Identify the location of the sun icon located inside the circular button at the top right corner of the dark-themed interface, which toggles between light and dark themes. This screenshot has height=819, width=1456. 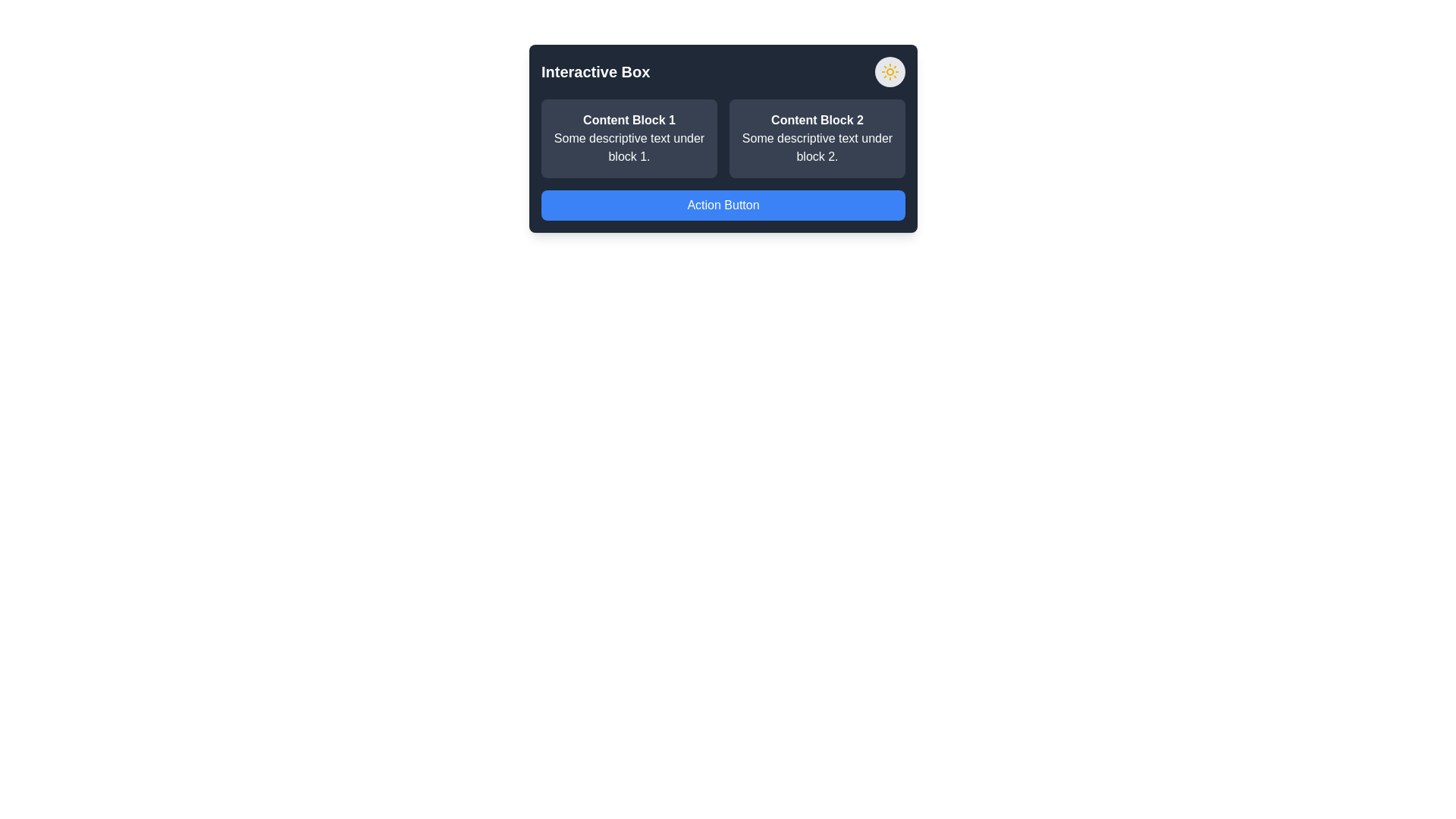
(890, 72).